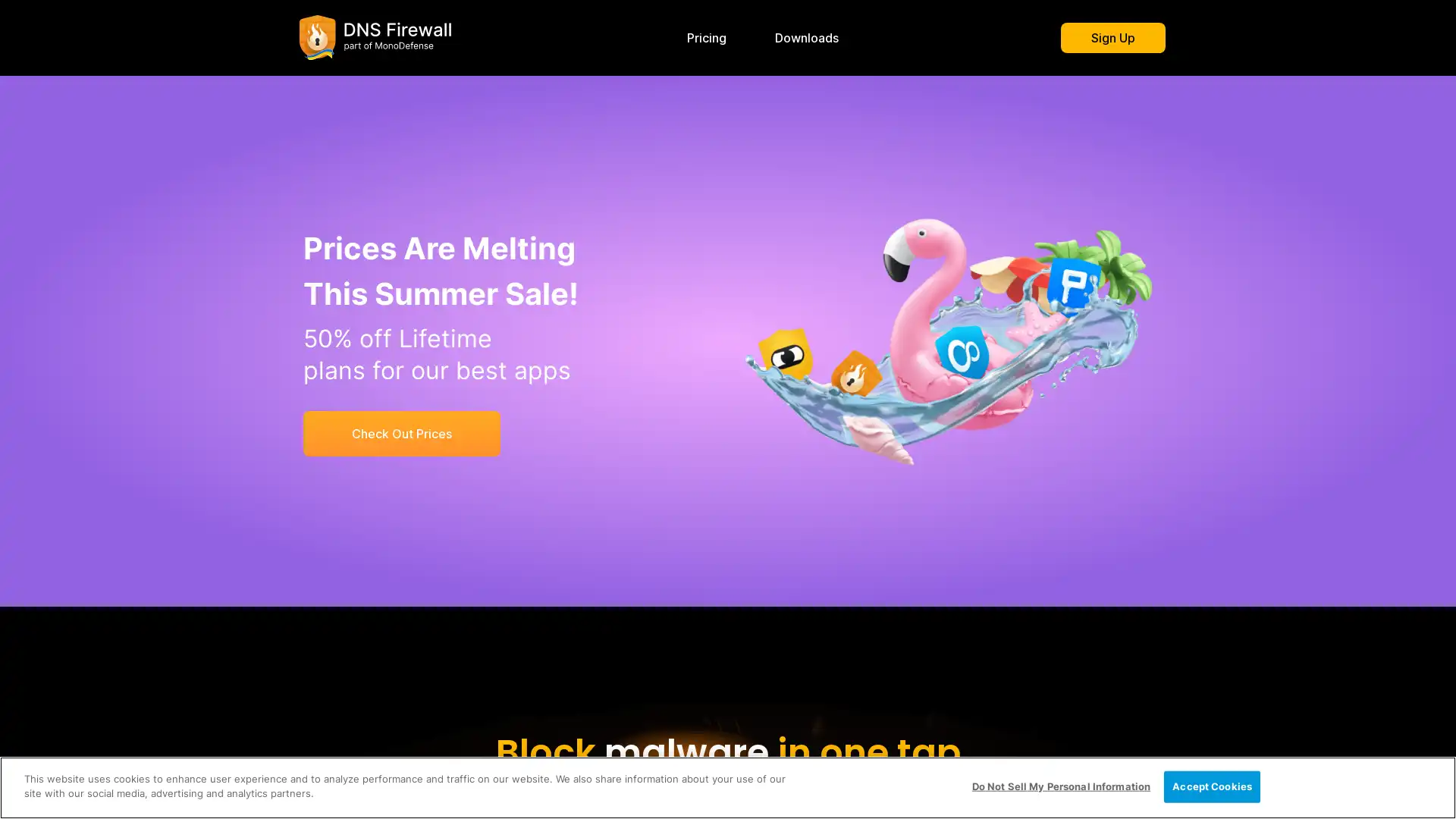 This screenshot has width=1456, height=819. I want to click on Accept Cookies, so click(1211, 786).